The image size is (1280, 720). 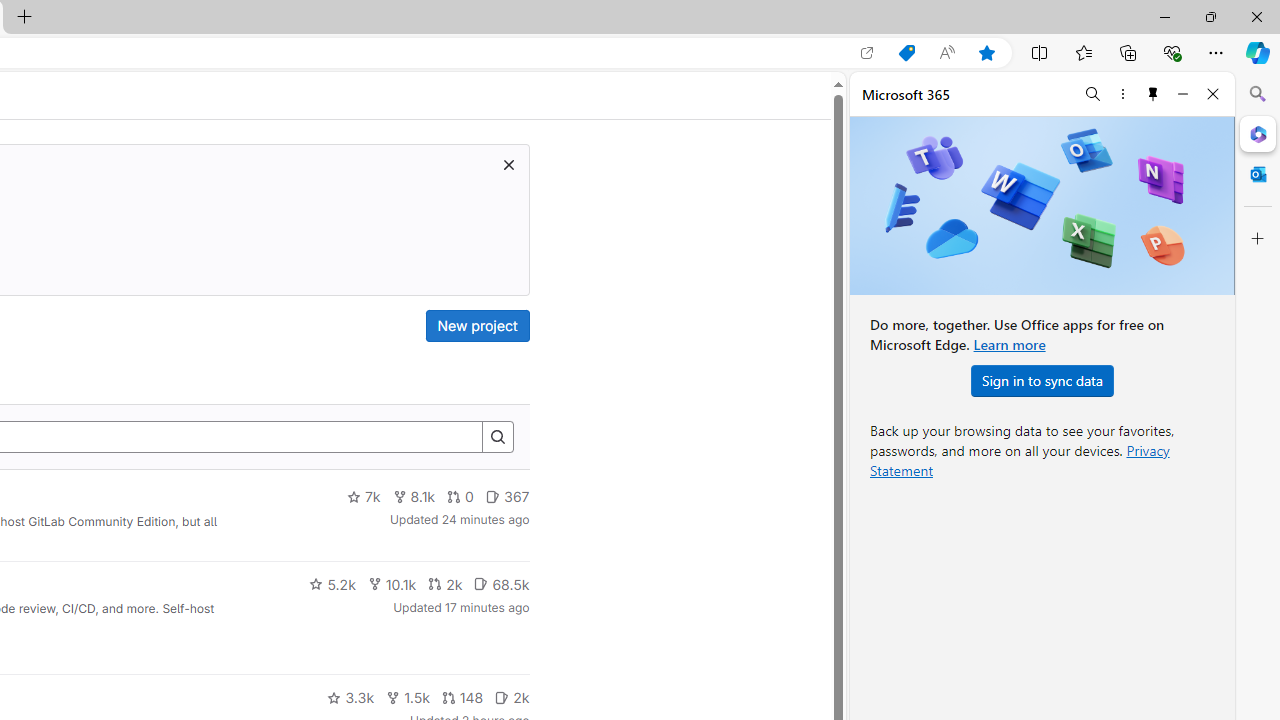 What do you see at coordinates (332, 583) in the screenshot?
I see `'5.2k'` at bounding box center [332, 583].